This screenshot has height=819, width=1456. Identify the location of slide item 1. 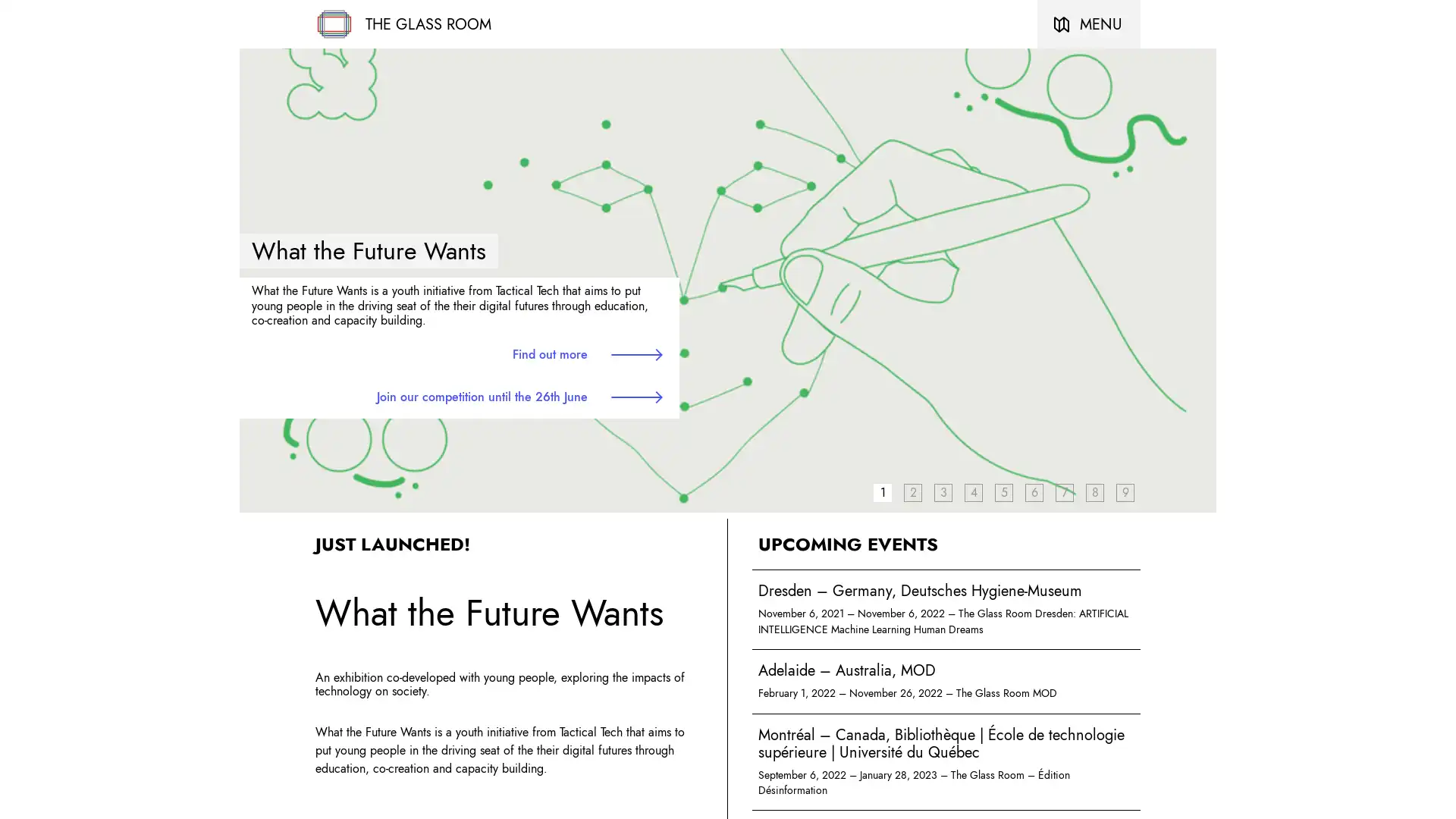
(882, 491).